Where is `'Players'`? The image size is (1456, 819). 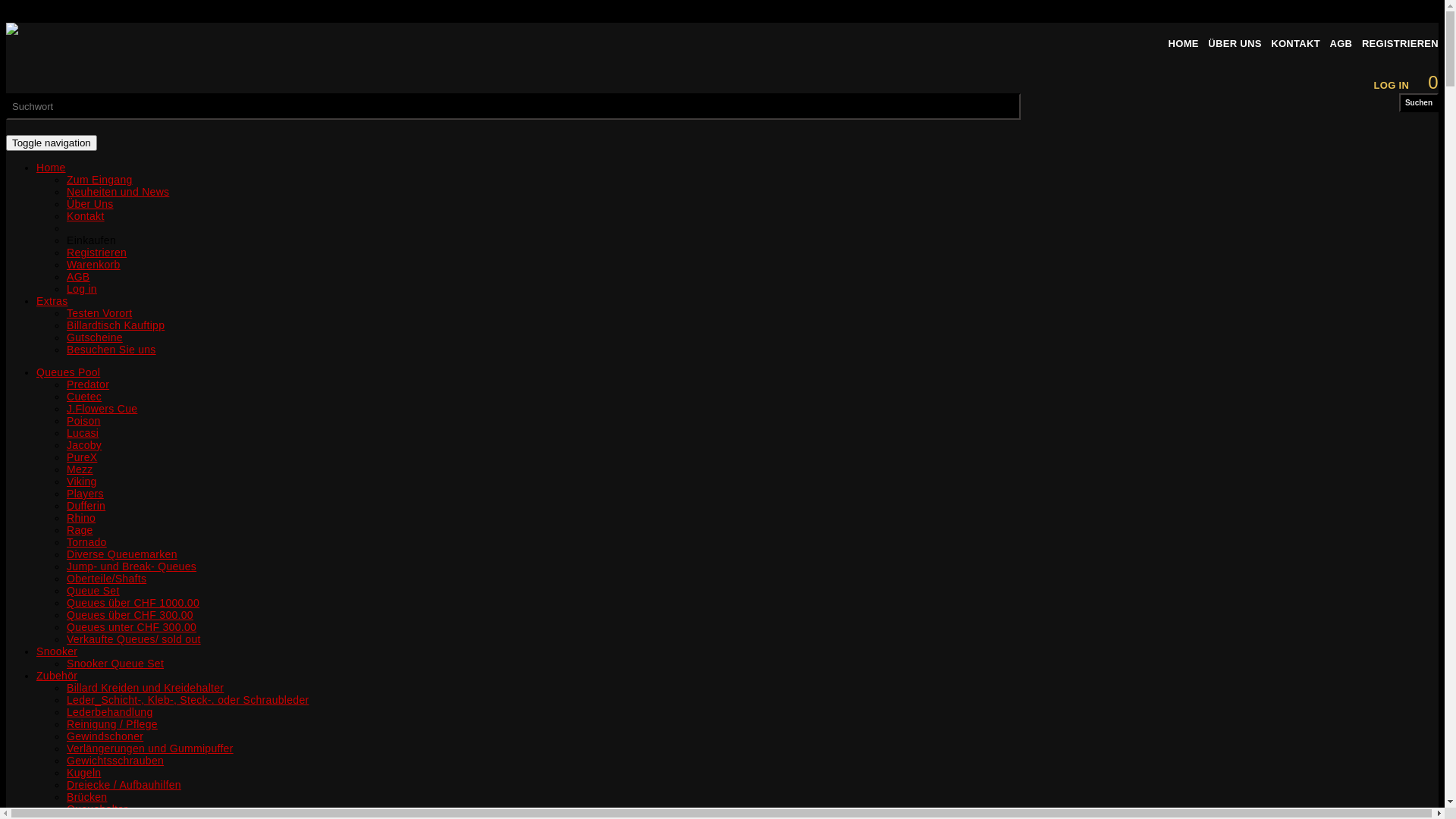 'Players' is located at coordinates (84, 494).